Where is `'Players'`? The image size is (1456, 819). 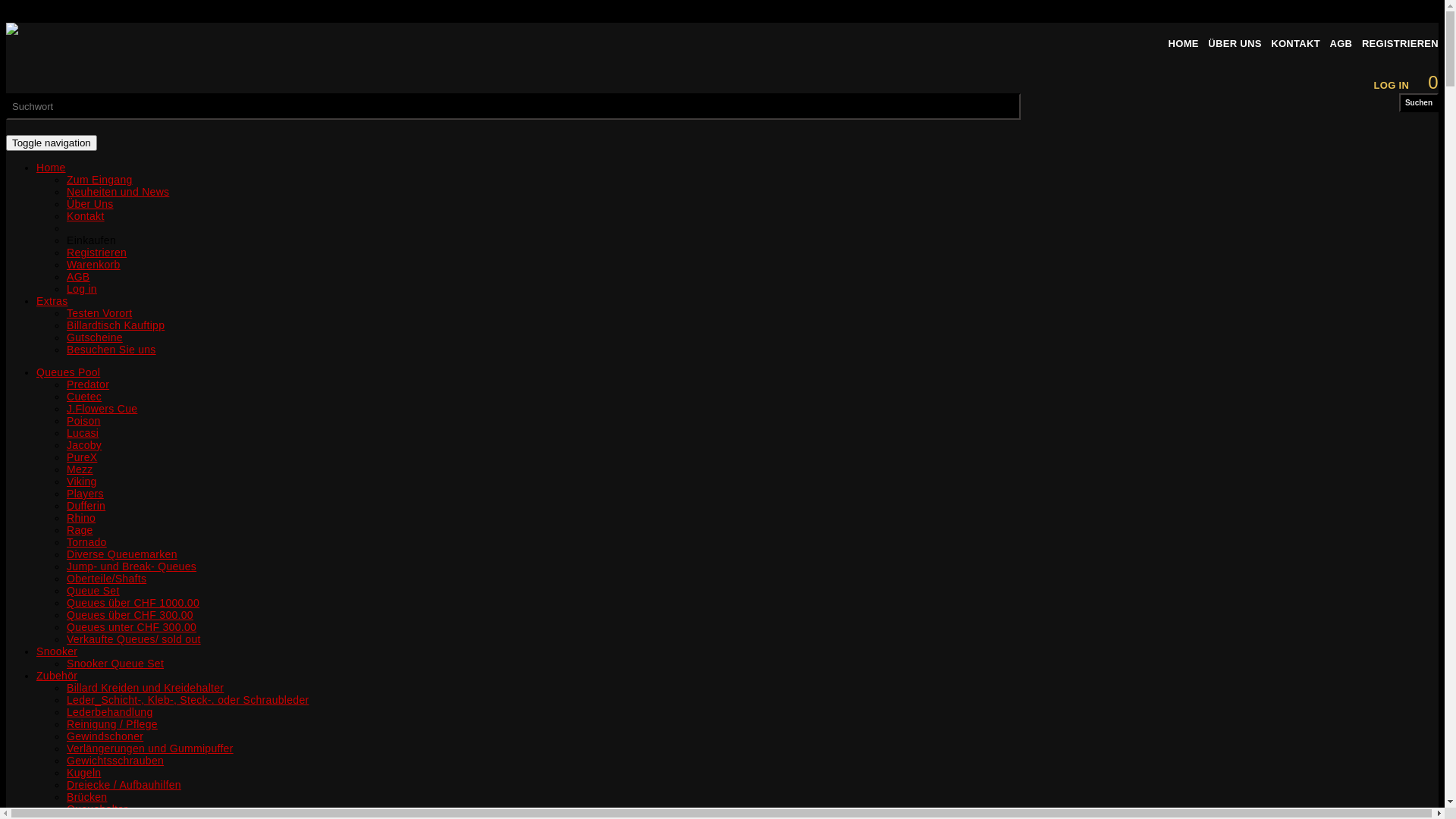 'Players' is located at coordinates (84, 494).